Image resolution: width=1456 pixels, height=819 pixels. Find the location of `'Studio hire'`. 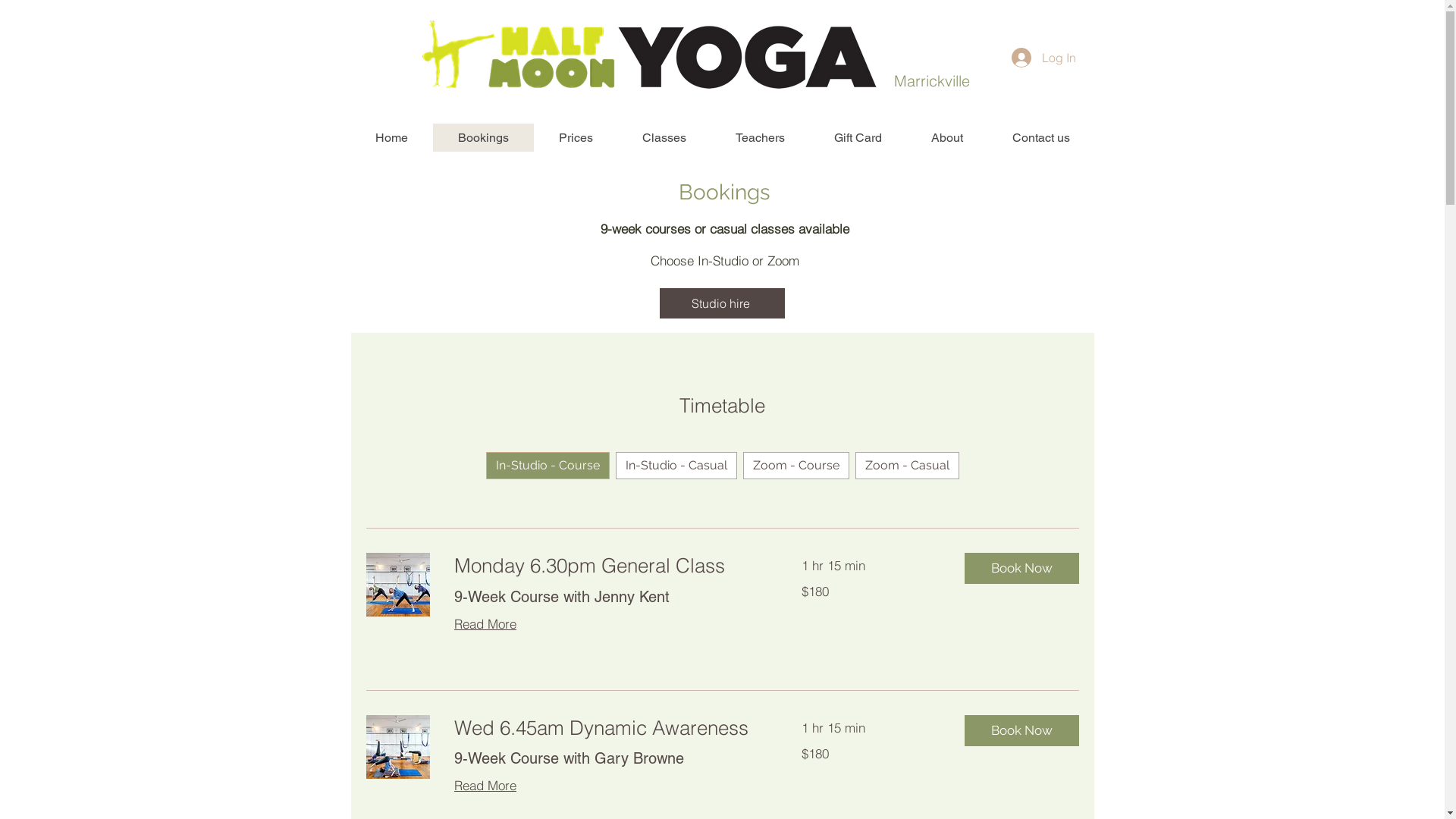

'Studio hire' is located at coordinates (721, 303).